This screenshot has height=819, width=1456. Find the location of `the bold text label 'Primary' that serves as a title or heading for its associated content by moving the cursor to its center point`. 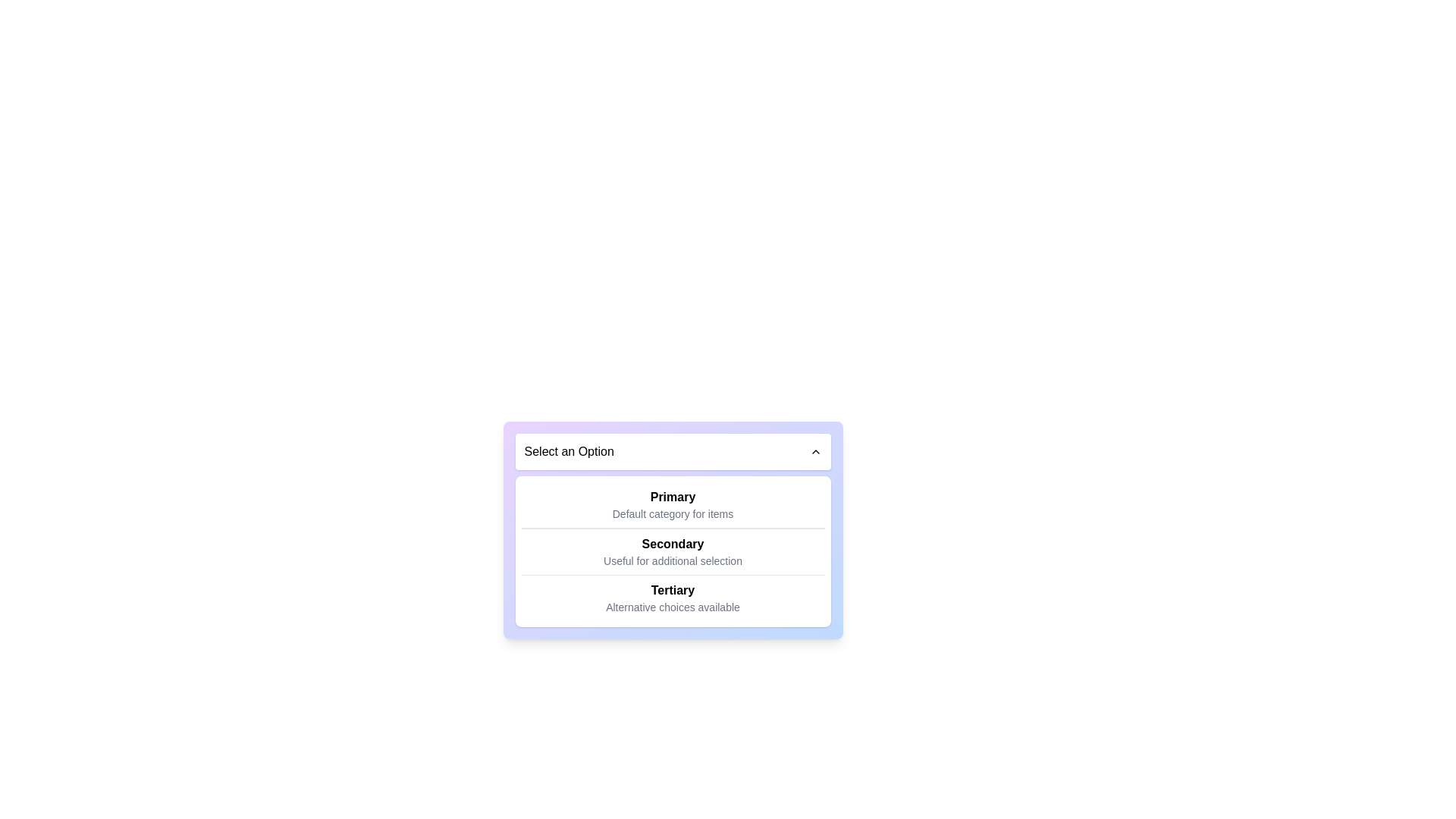

the bold text label 'Primary' that serves as a title or heading for its associated content by moving the cursor to its center point is located at coordinates (672, 497).